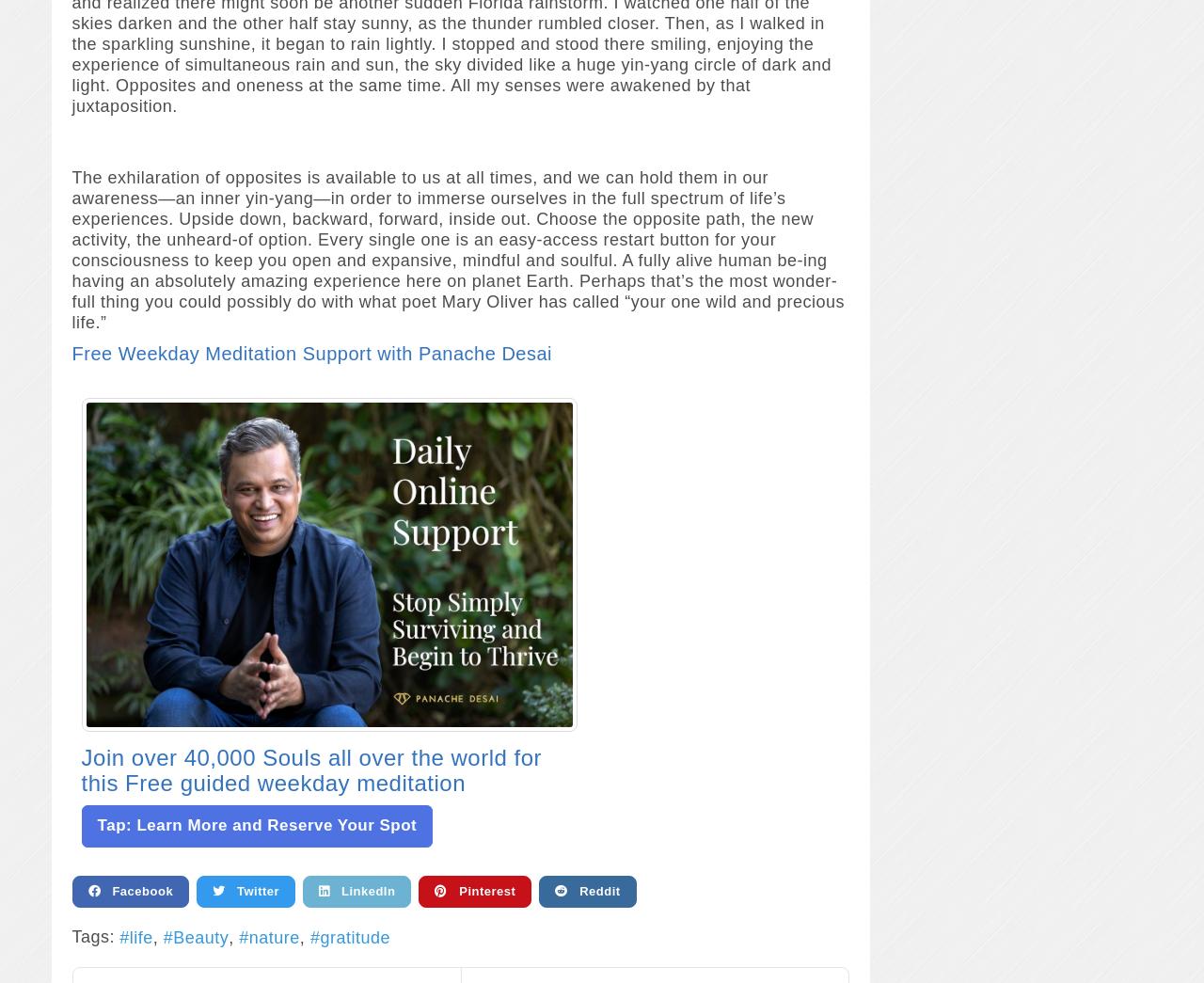 This screenshot has width=1204, height=983. What do you see at coordinates (272, 938) in the screenshot?
I see `'nature'` at bounding box center [272, 938].